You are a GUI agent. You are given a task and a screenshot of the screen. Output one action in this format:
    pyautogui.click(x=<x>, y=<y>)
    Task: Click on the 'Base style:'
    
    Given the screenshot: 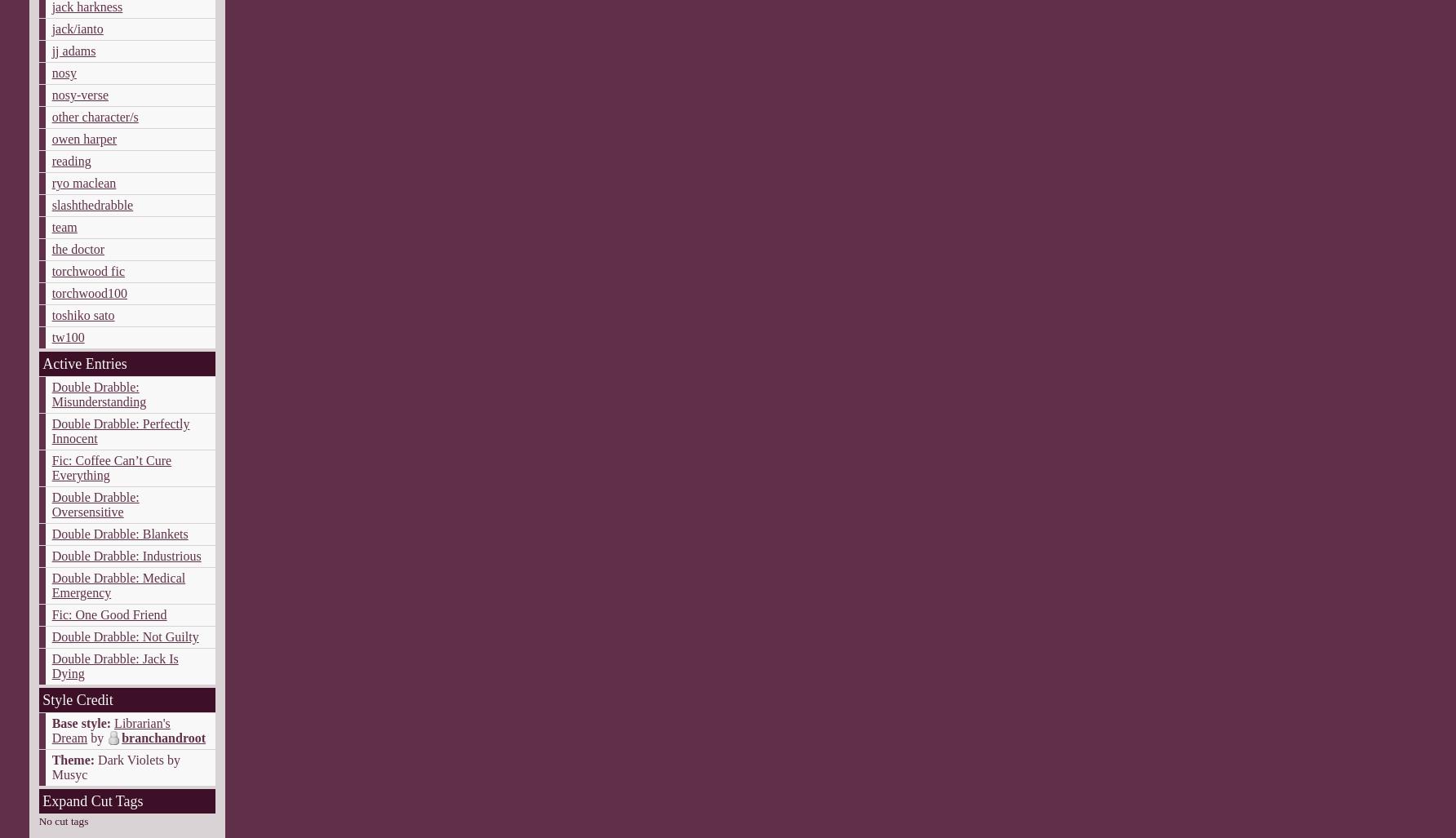 What is the action you would take?
    pyautogui.click(x=81, y=722)
    